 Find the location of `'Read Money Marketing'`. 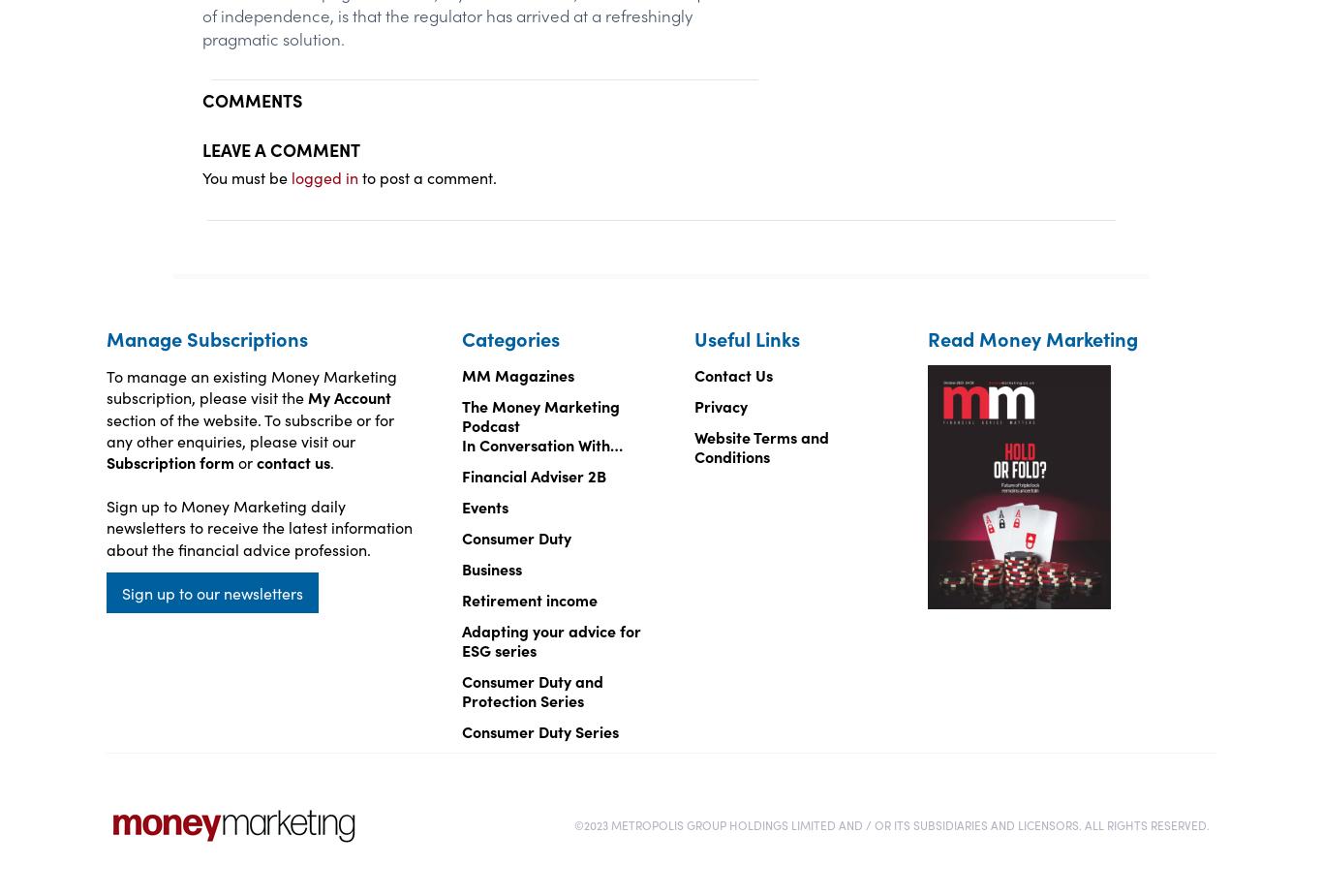

'Read Money Marketing' is located at coordinates (1031, 337).